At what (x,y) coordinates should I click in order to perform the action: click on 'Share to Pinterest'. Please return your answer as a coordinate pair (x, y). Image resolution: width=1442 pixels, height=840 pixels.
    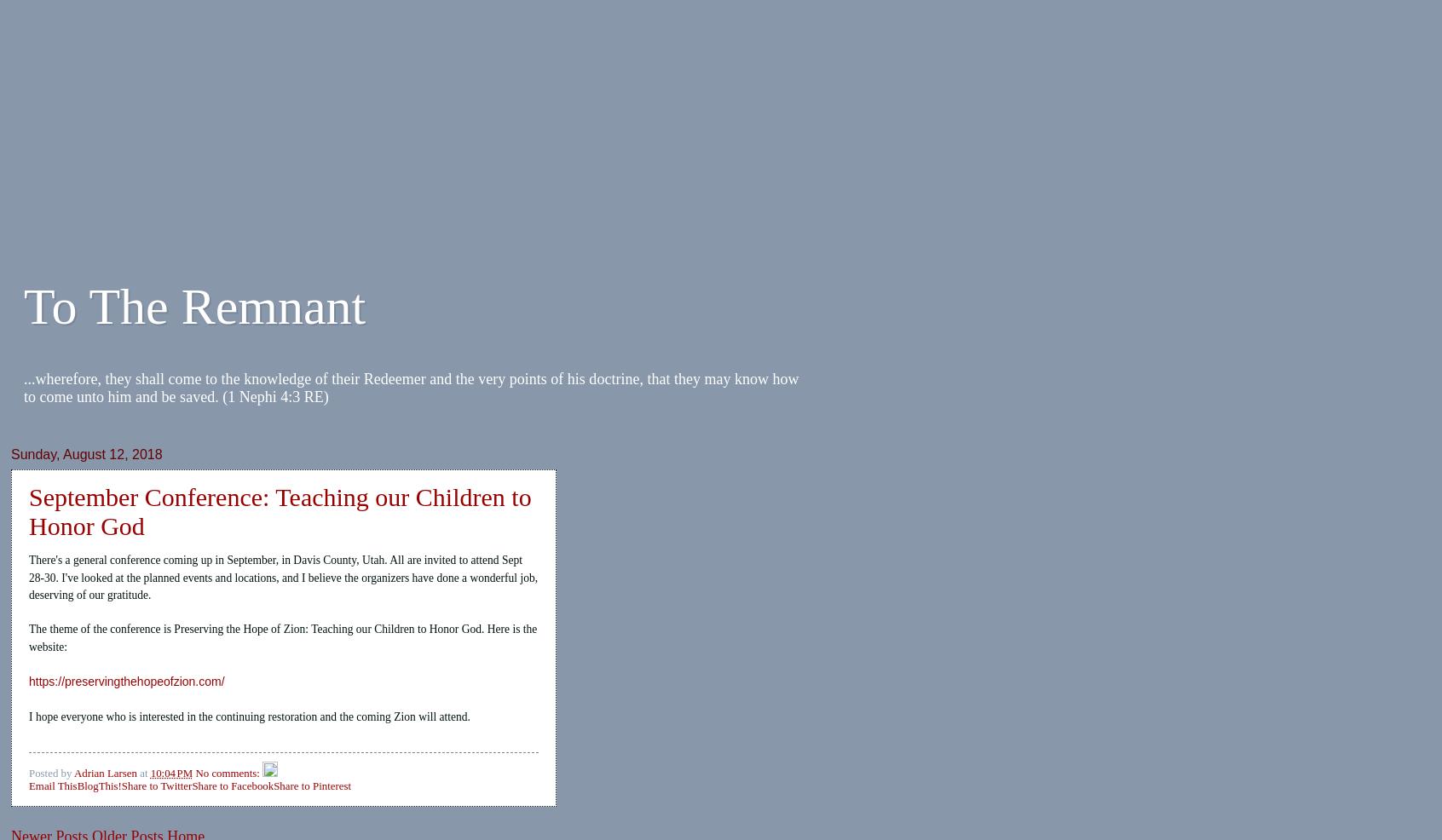
    Looking at the image, I should click on (312, 785).